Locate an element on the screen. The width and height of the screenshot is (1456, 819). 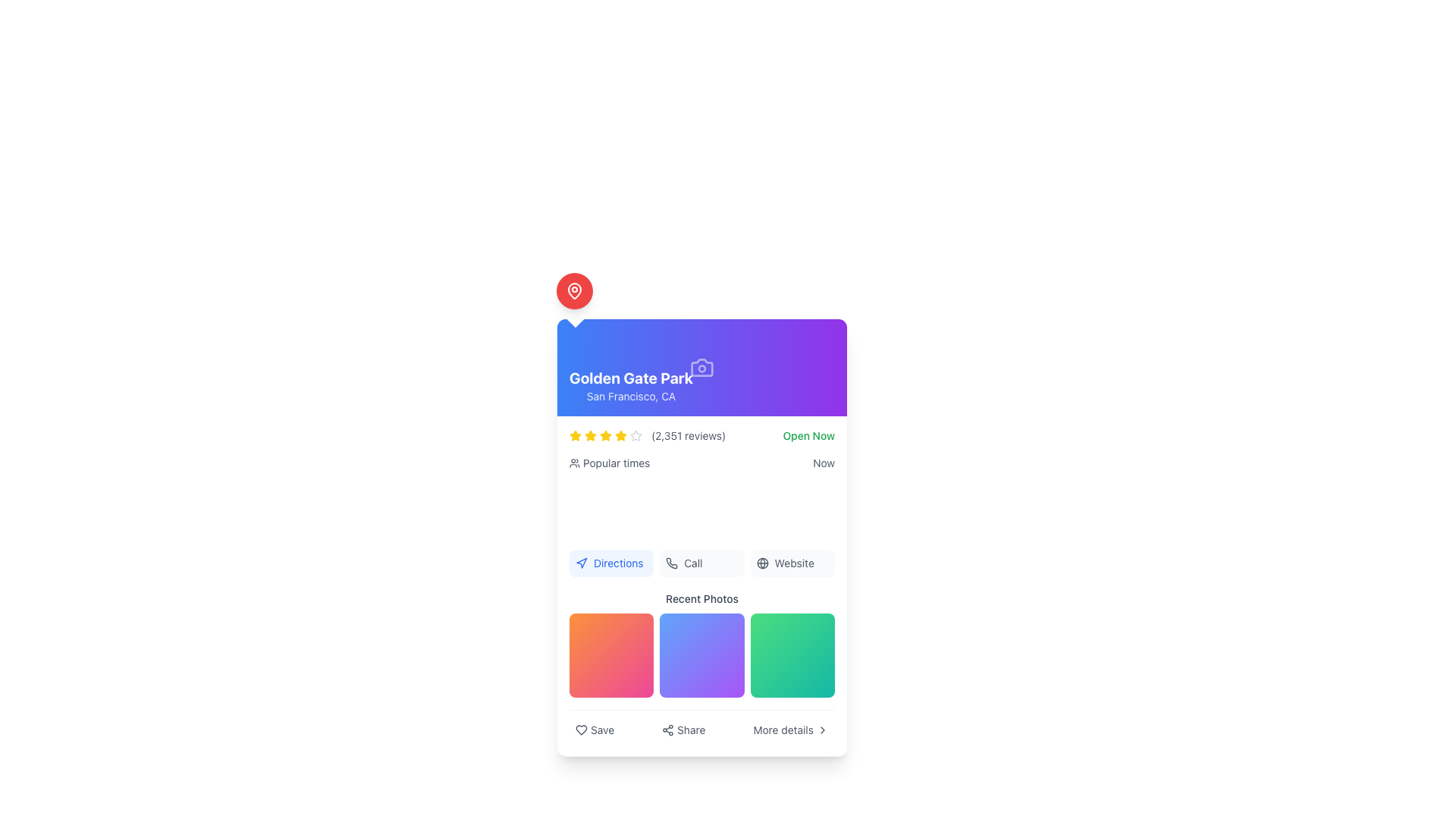
the phone call button, which is the second button in a horizontal group of three buttons located below the title and details of a card, to change its appearance is located at coordinates (701, 563).